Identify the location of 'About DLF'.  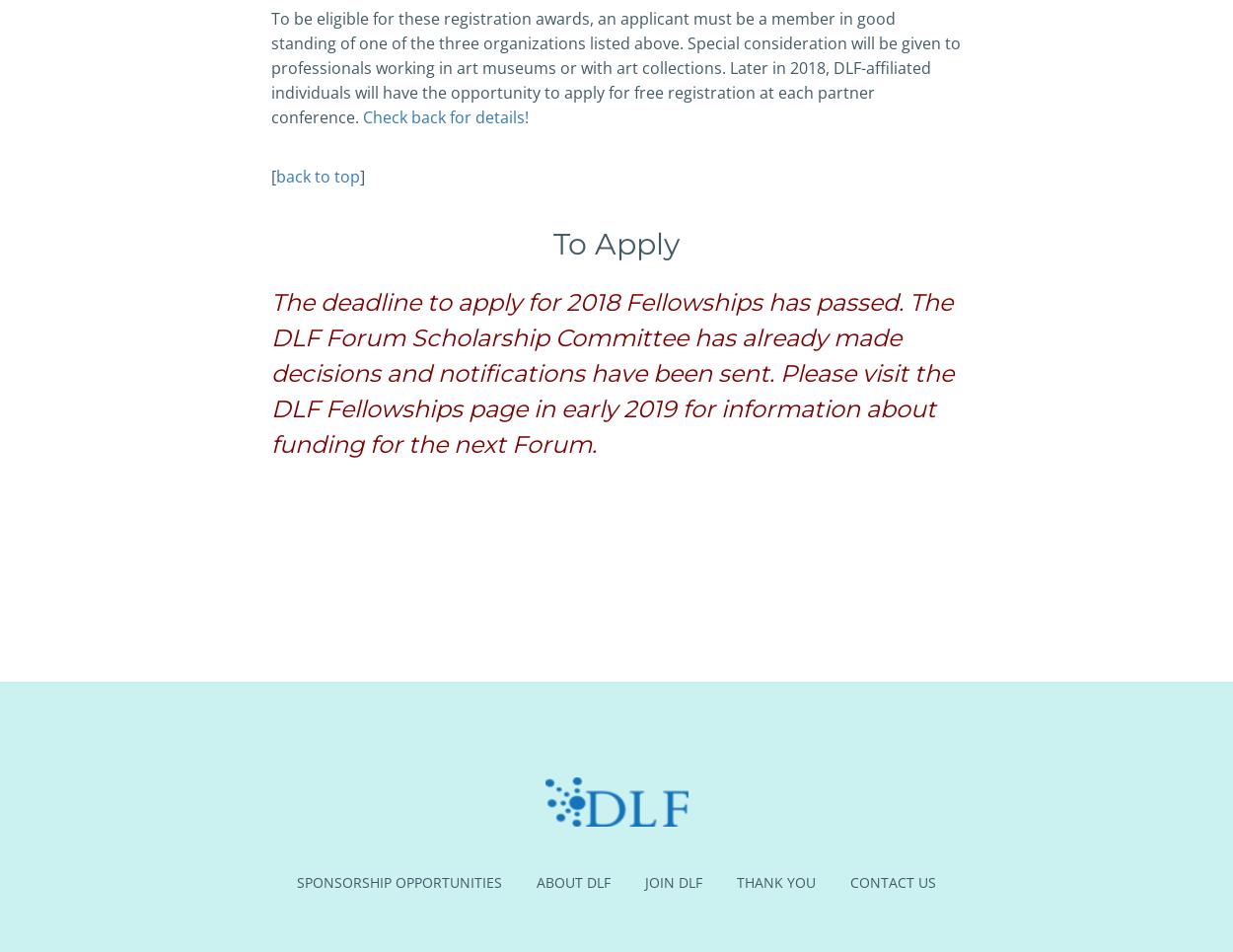
(537, 881).